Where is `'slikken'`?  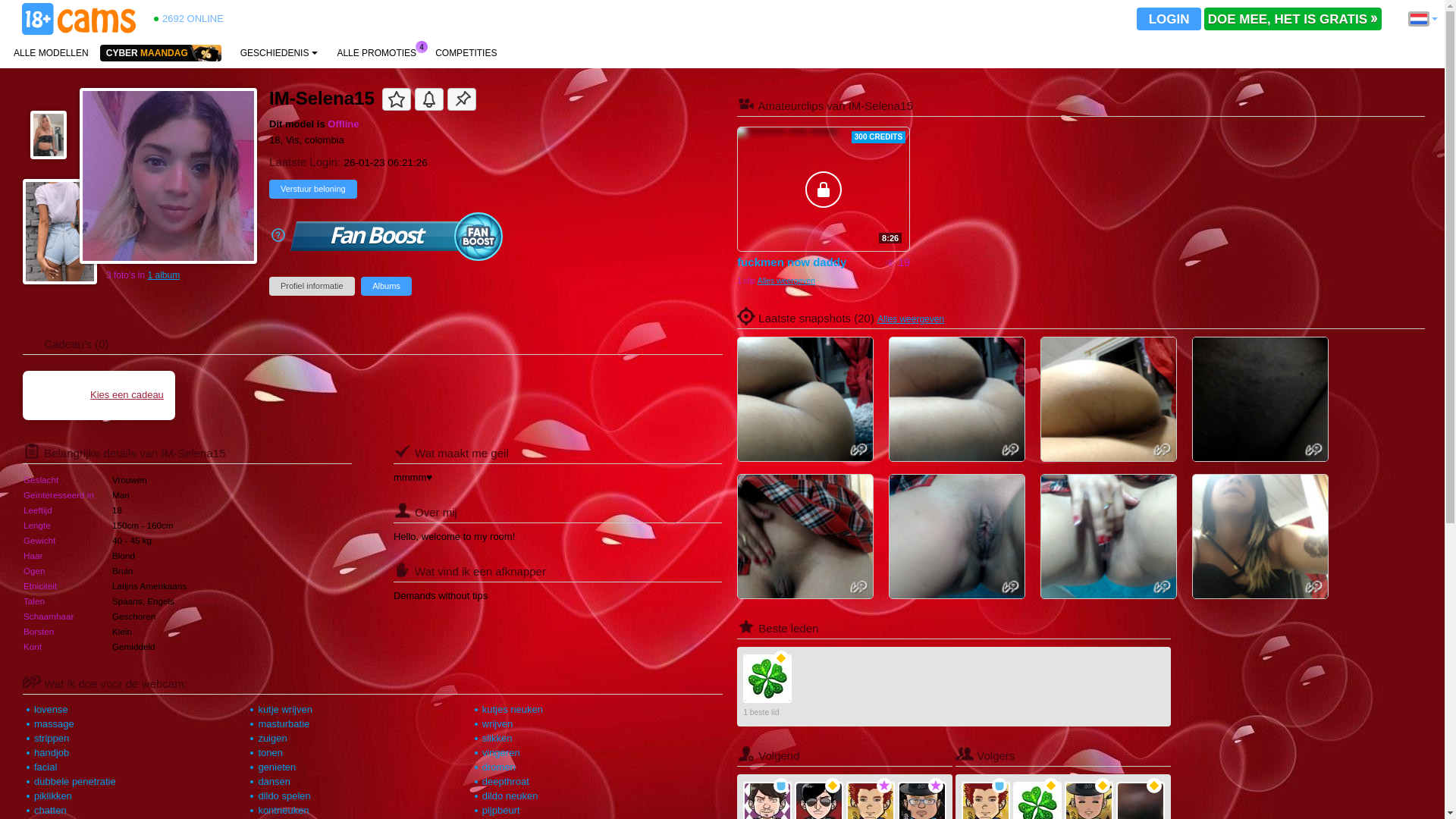
'slikken' is located at coordinates (497, 737).